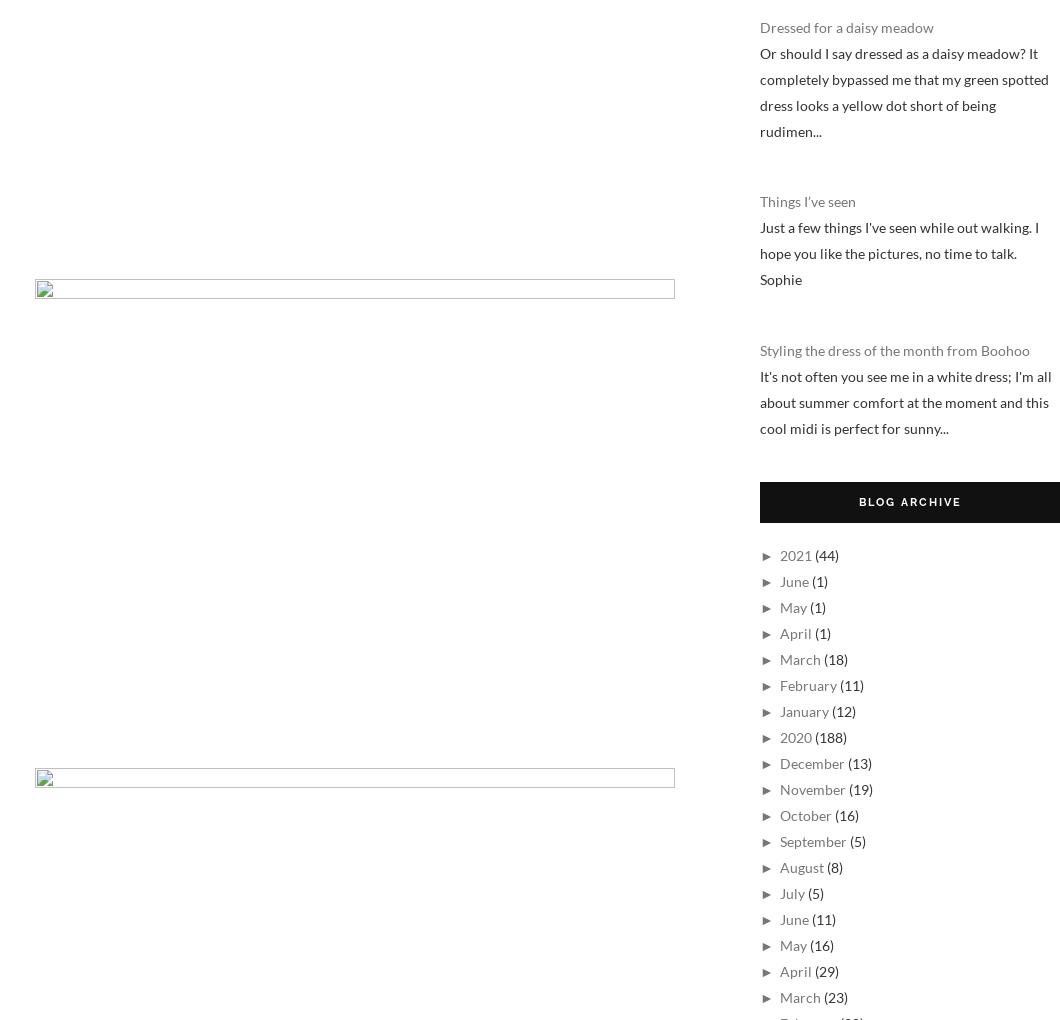 The image size is (1060, 1020). Describe the element at coordinates (807, 684) in the screenshot. I see `'February'` at that location.